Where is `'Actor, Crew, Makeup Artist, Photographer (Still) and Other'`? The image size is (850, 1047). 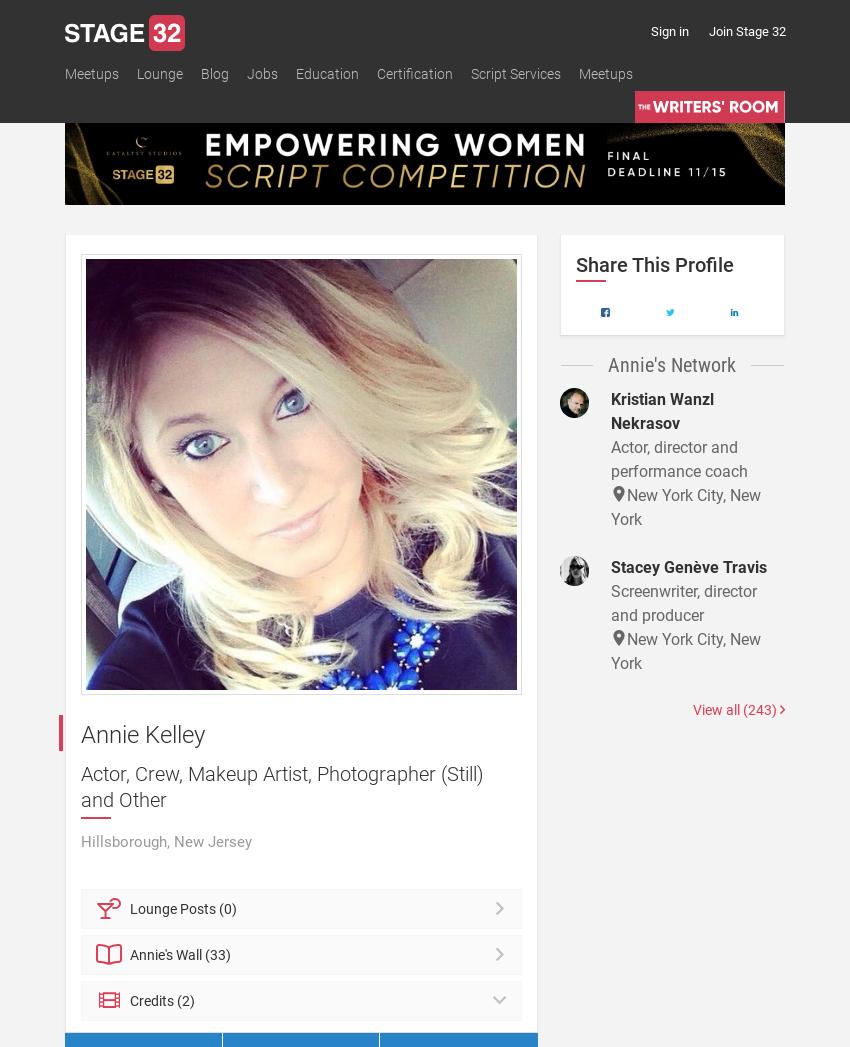 'Actor, Crew, Makeup Artist, Photographer (Still) and Other' is located at coordinates (281, 784).